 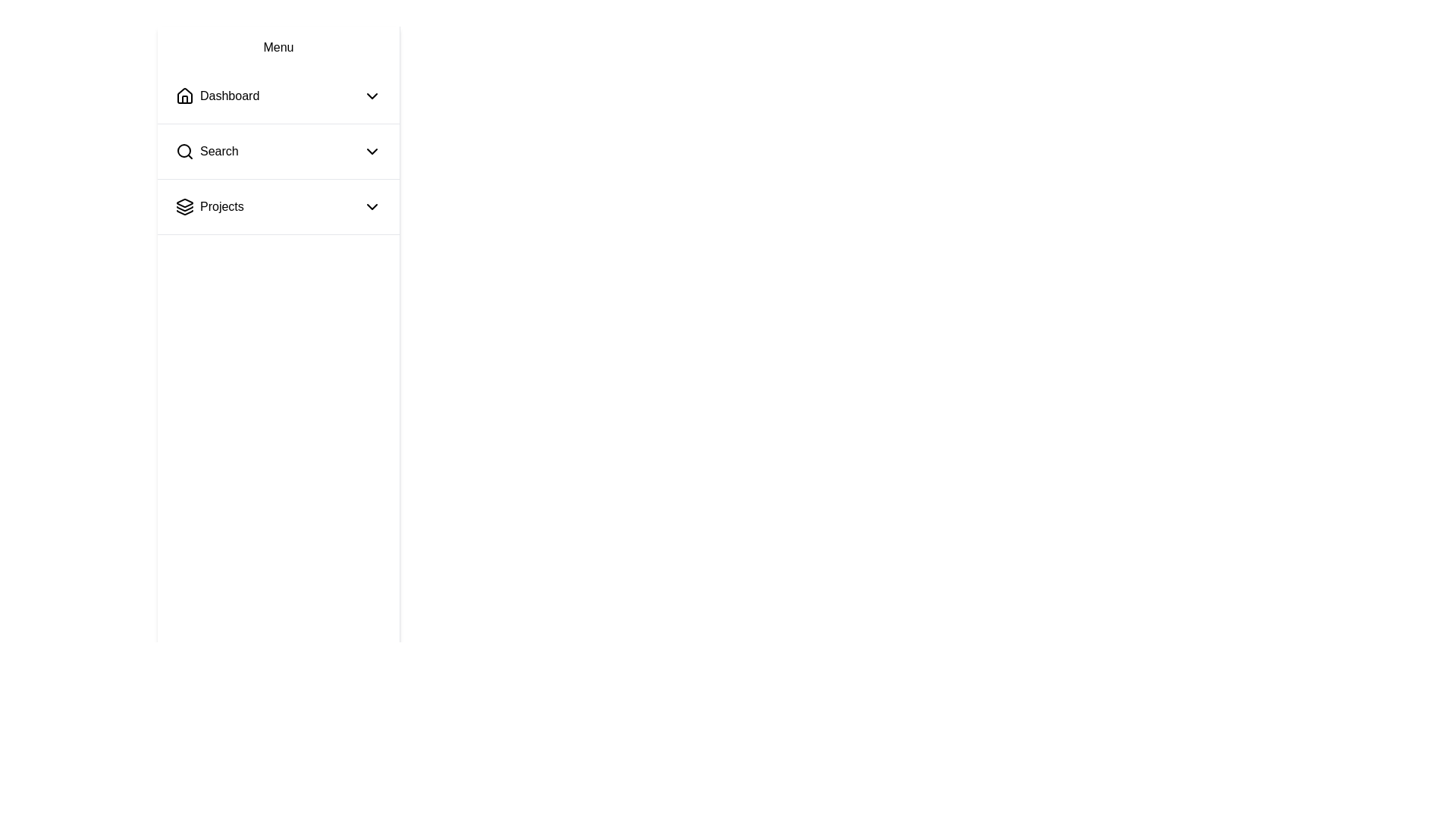 What do you see at coordinates (184, 209) in the screenshot?
I see `the middle shape of the layered icon in the 'Projects' menu, located to the left of the text 'Projects'` at bounding box center [184, 209].